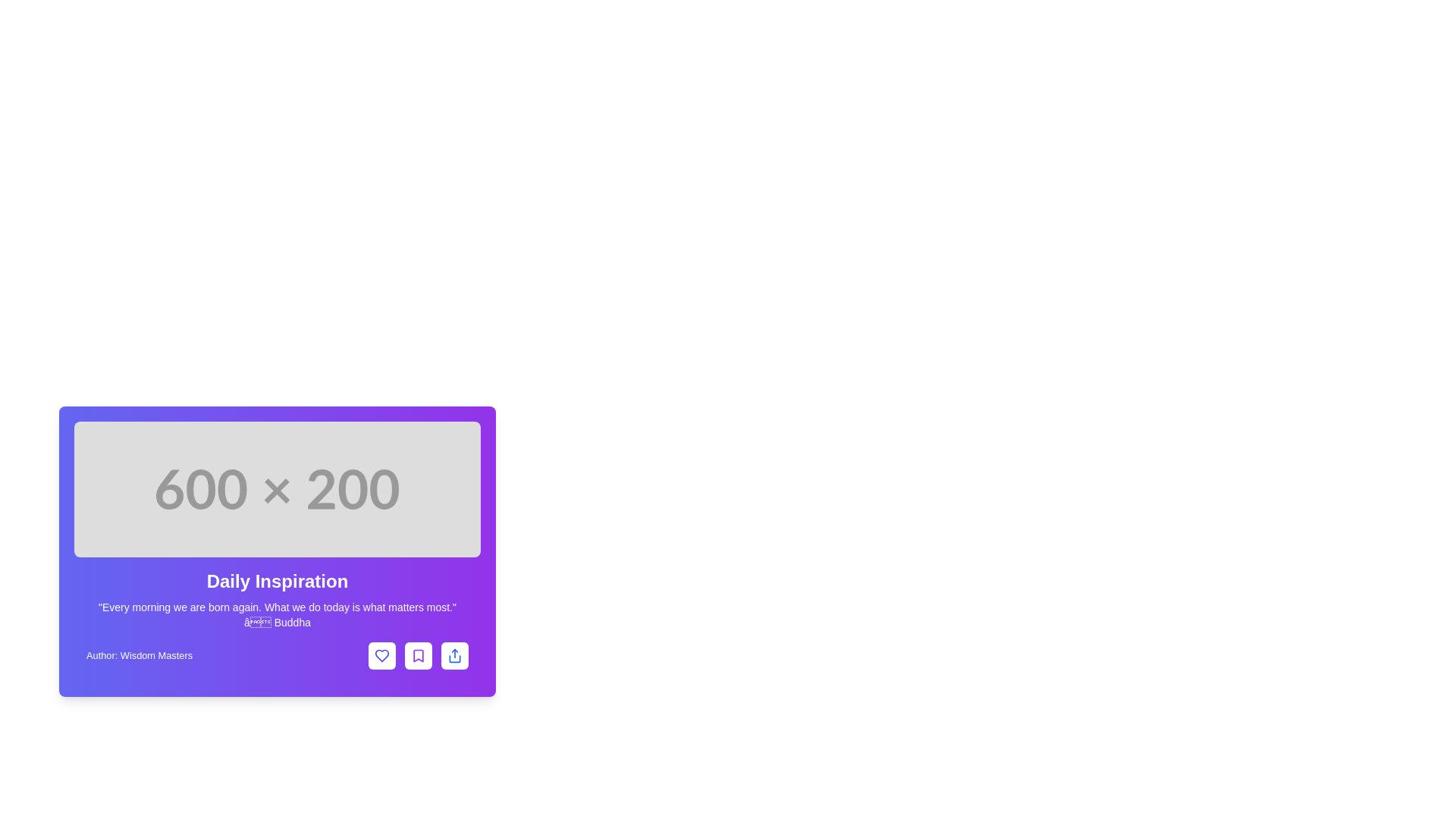 The height and width of the screenshot is (819, 1456). What do you see at coordinates (419, 654) in the screenshot?
I see `the bookmark button, which is located between the heart icon button and the share icon button on the row of three similar buttons` at bounding box center [419, 654].